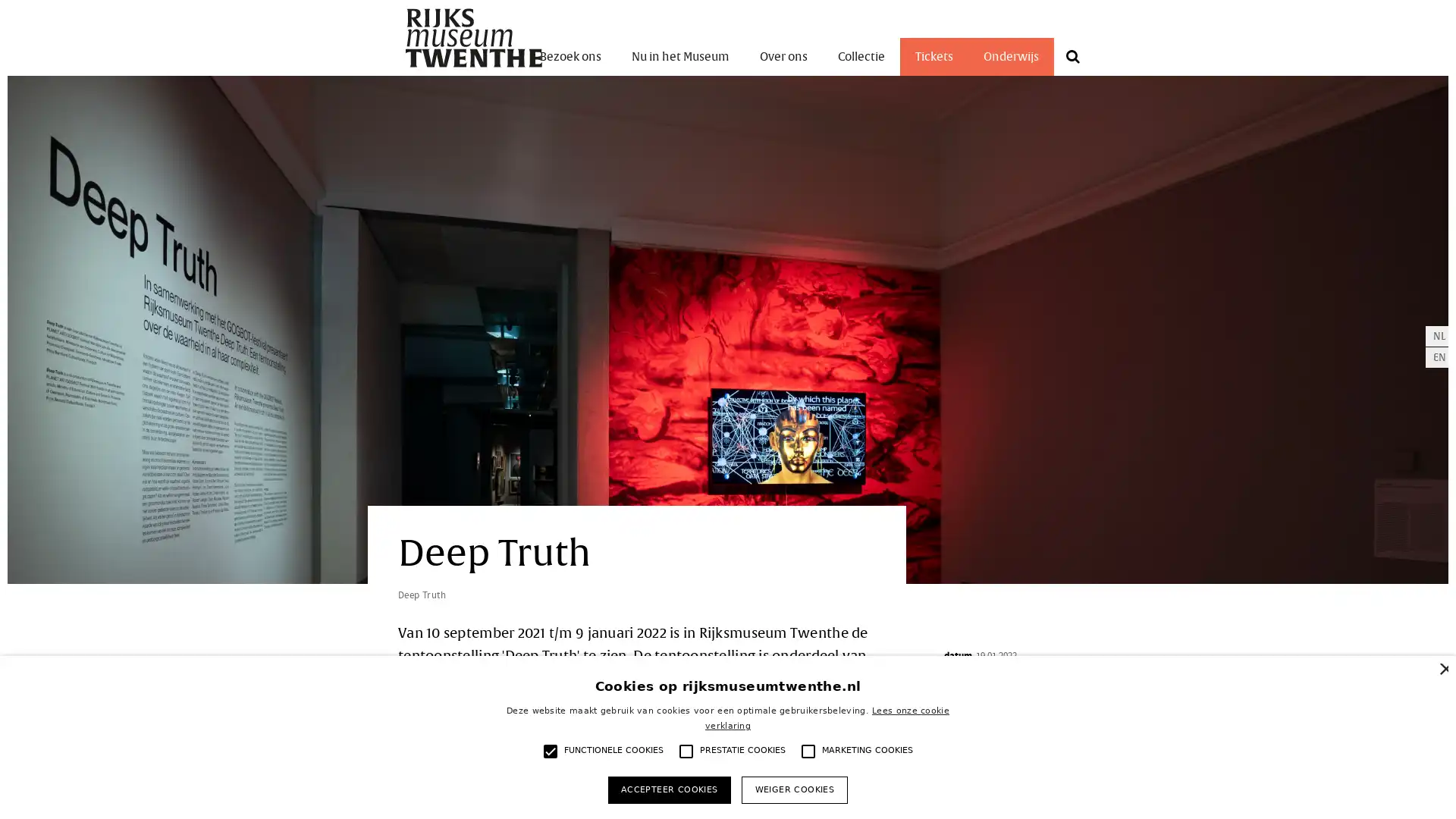 The image size is (1456, 819). What do you see at coordinates (793, 789) in the screenshot?
I see `WEIGER COOKIES` at bounding box center [793, 789].